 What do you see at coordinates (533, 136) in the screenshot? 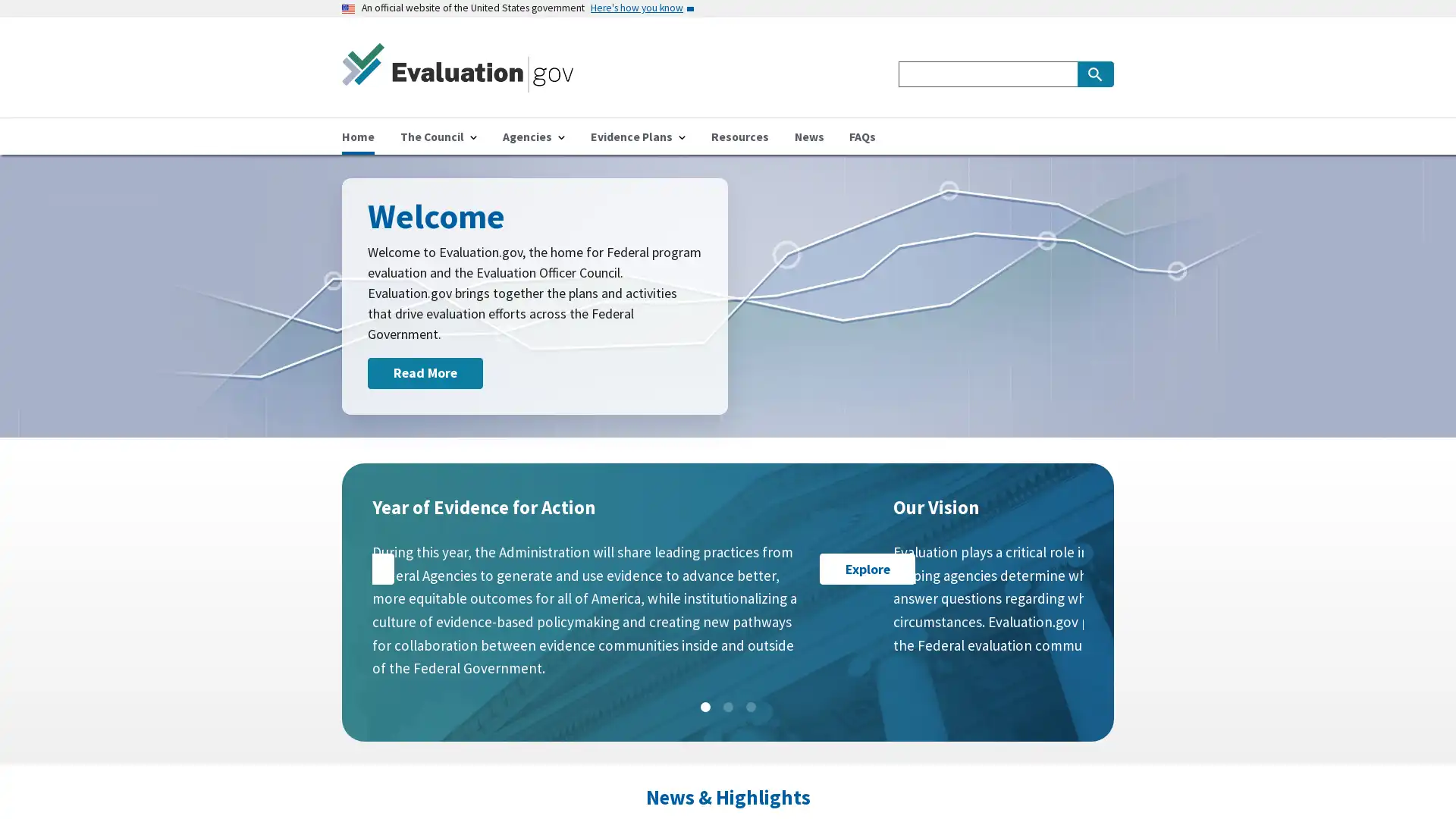
I see `Agencies` at bounding box center [533, 136].